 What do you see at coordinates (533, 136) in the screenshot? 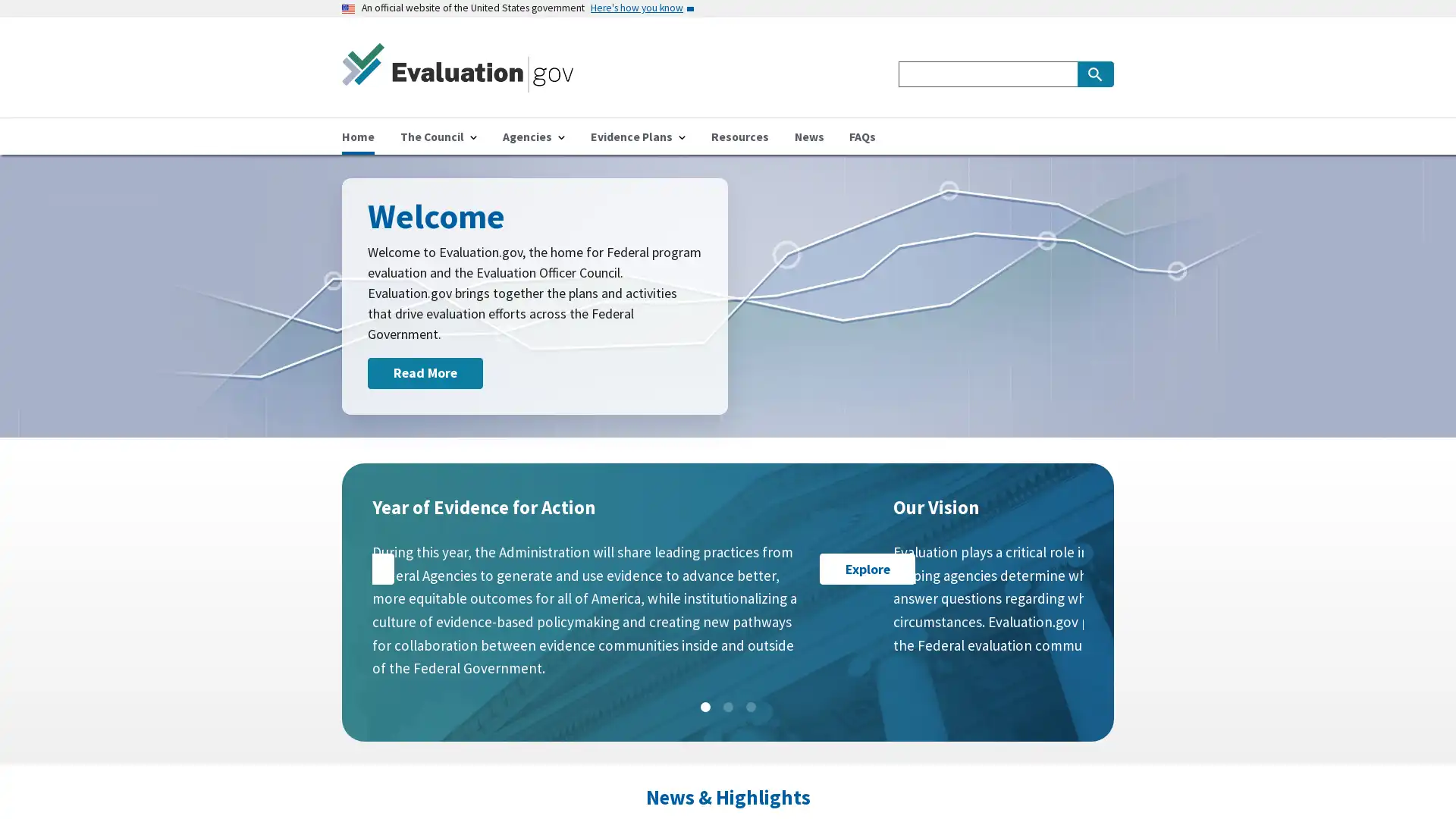
I see `Agencies` at bounding box center [533, 136].